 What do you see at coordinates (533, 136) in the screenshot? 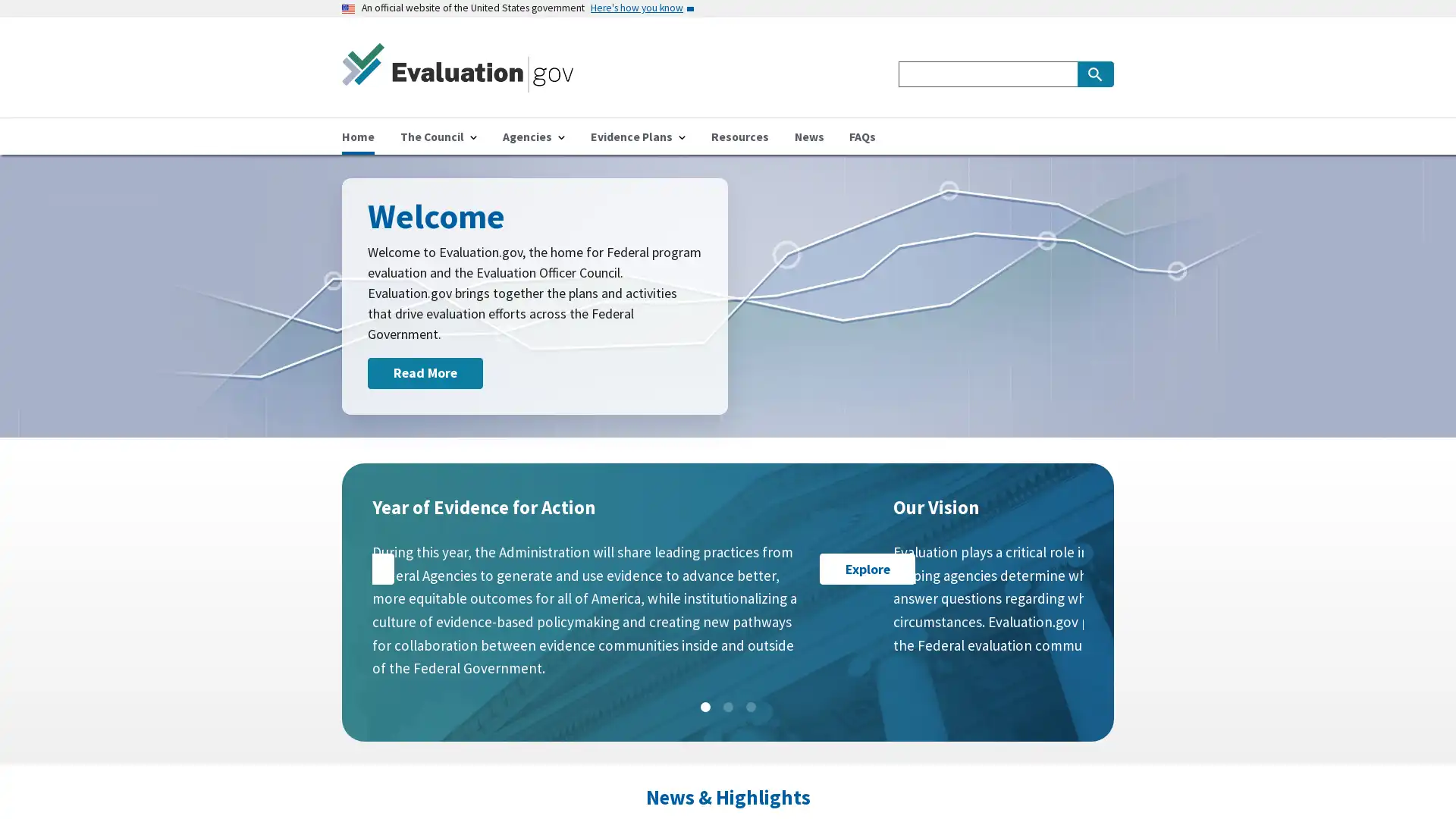
I see `Agencies` at bounding box center [533, 136].